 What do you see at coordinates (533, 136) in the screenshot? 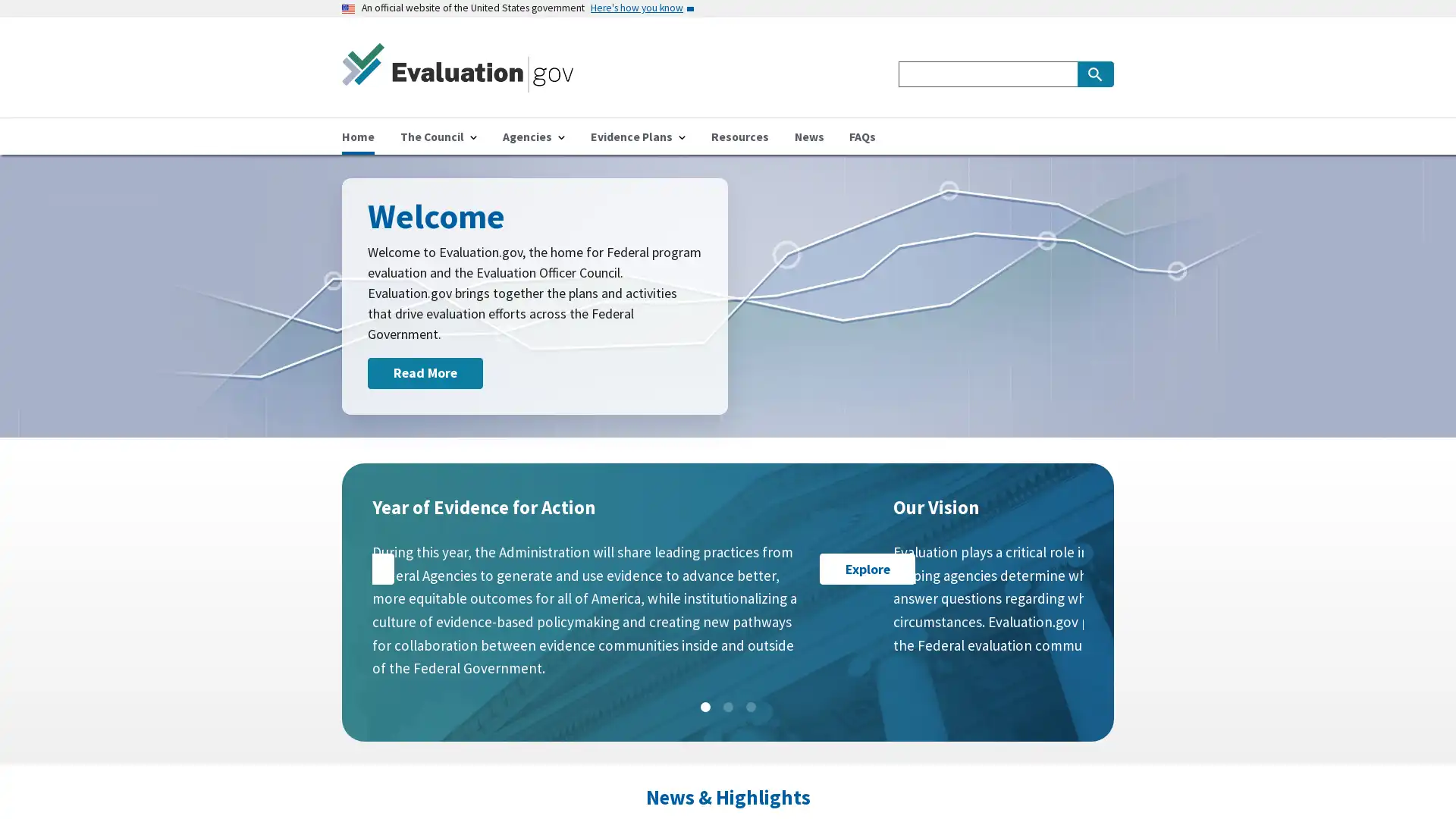
I see `Agencies` at bounding box center [533, 136].